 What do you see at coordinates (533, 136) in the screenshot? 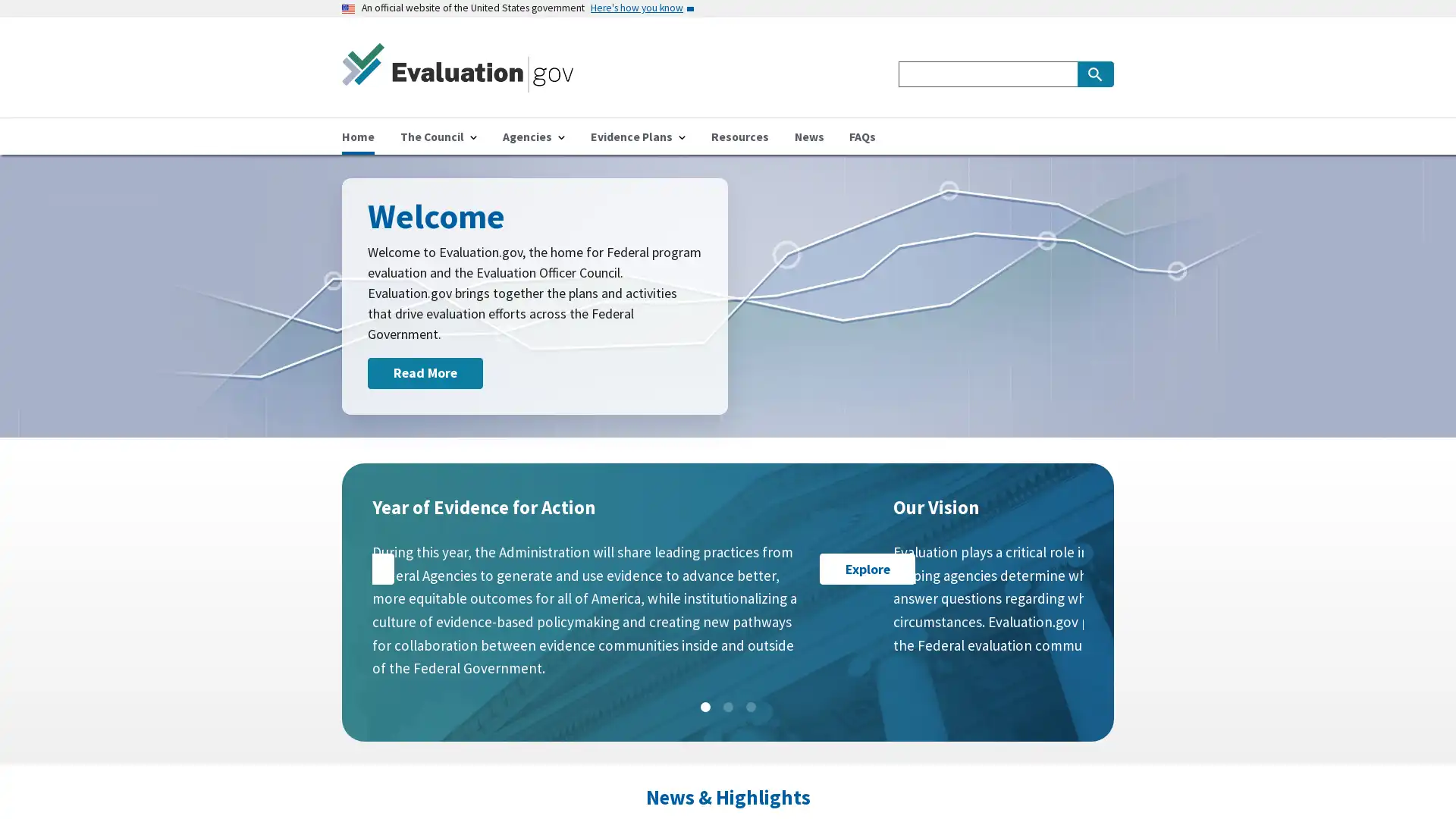
I see `Agencies` at bounding box center [533, 136].